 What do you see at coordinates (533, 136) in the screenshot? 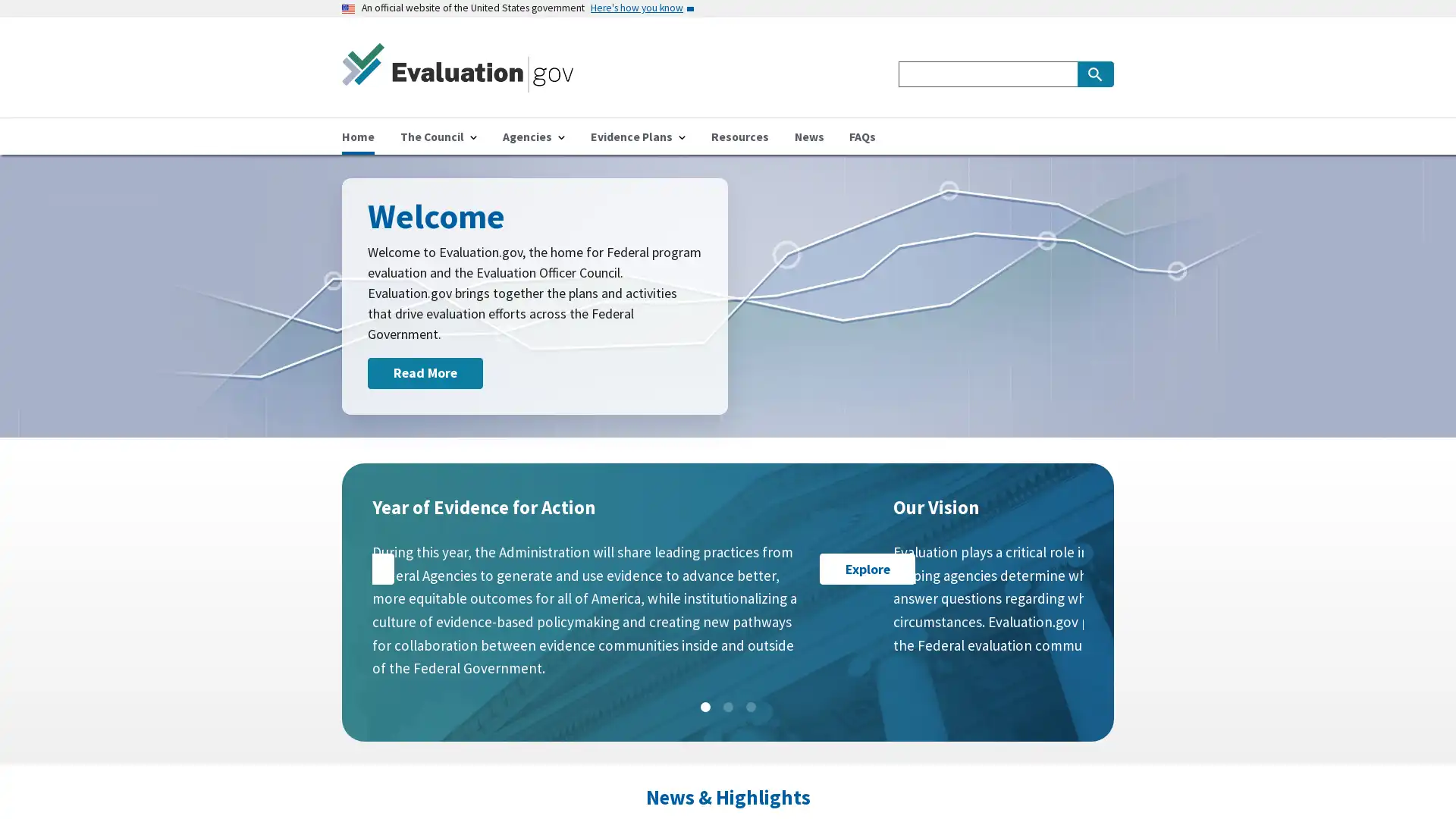
I see `Agencies` at bounding box center [533, 136].